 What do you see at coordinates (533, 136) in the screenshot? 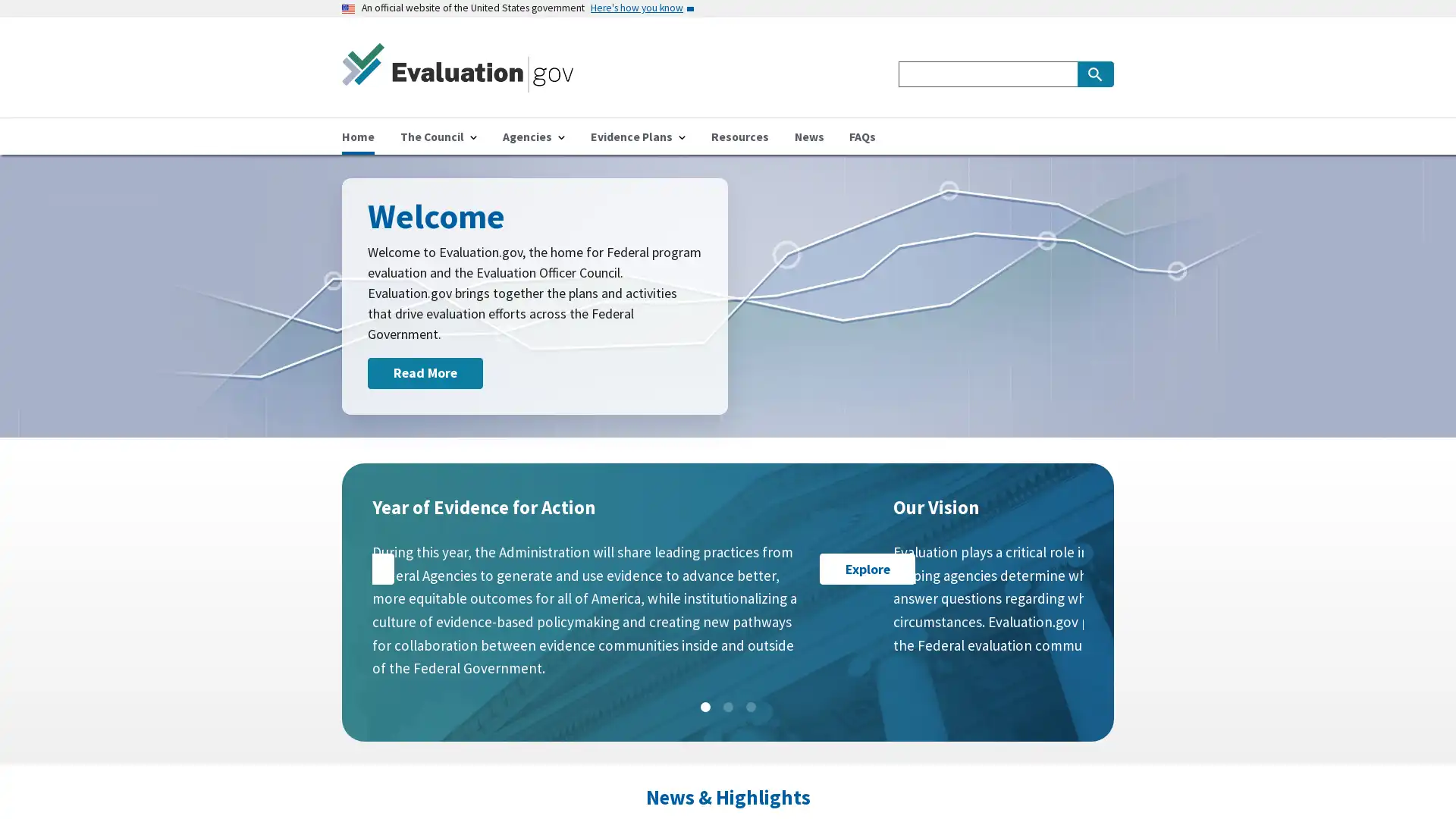
I see `Agencies` at bounding box center [533, 136].